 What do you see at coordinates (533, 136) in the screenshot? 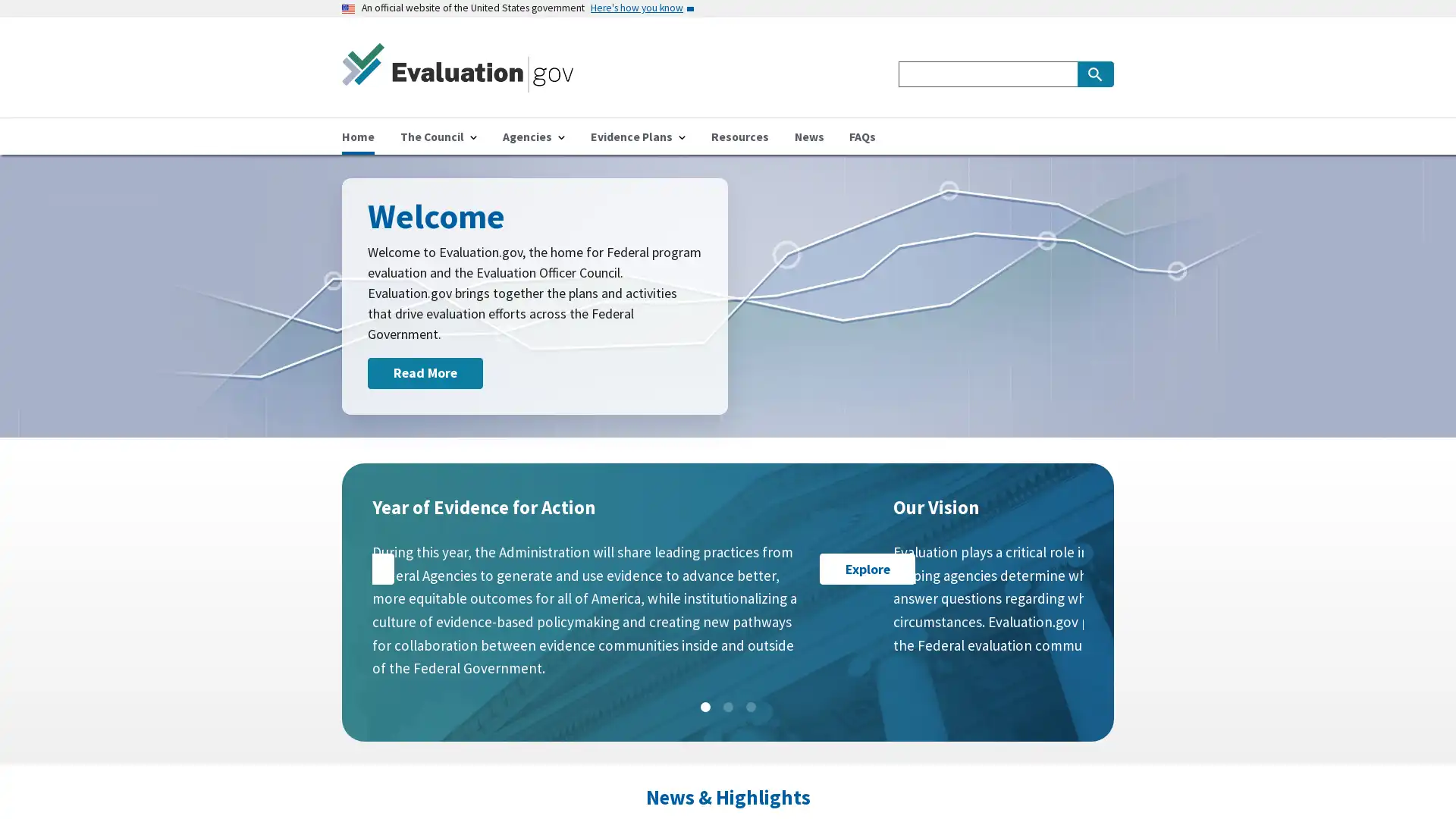
I see `Agencies` at bounding box center [533, 136].